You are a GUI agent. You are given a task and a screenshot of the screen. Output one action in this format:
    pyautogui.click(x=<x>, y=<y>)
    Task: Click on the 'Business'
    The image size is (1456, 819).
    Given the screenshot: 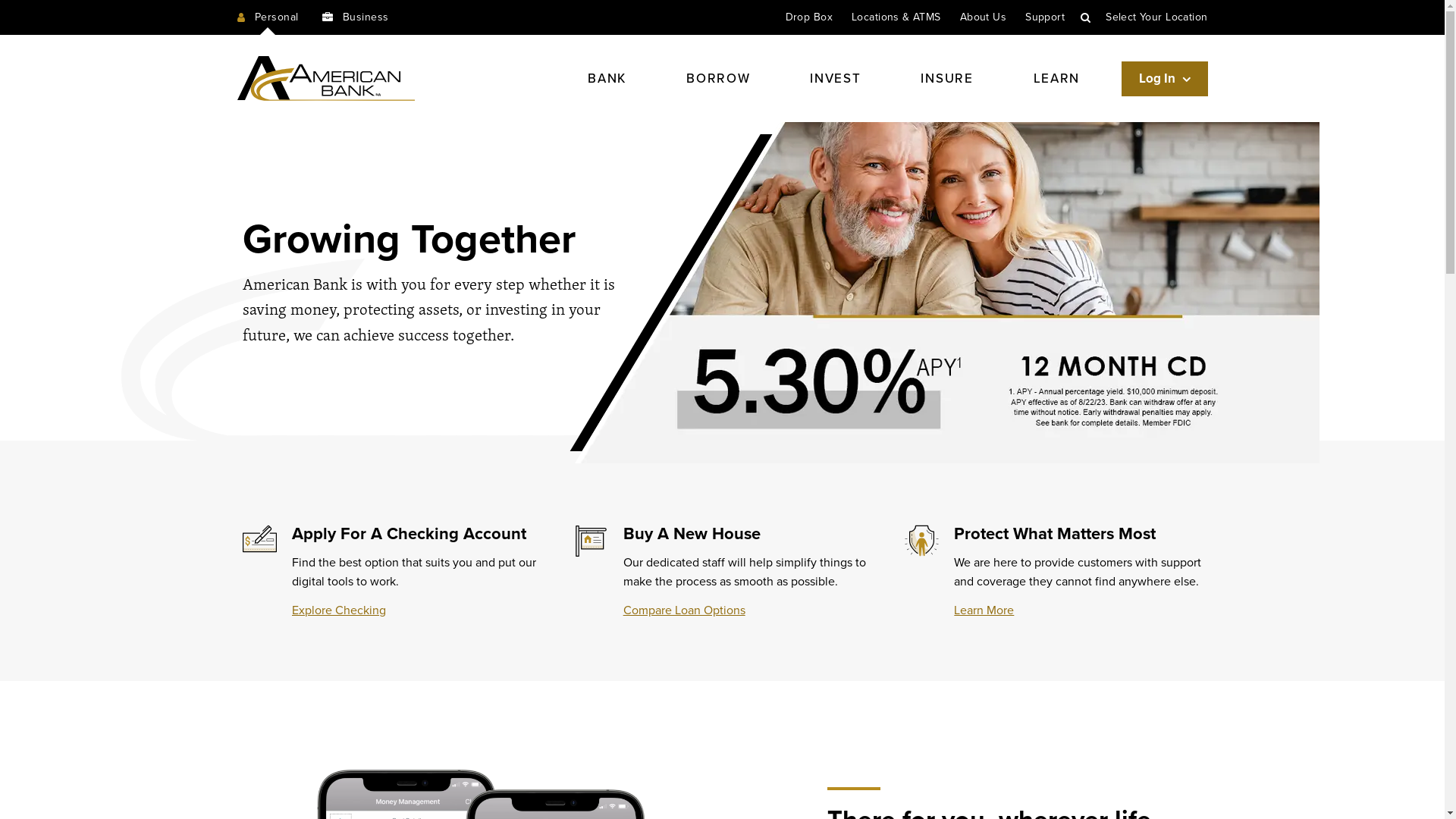 What is the action you would take?
    pyautogui.click(x=354, y=17)
    